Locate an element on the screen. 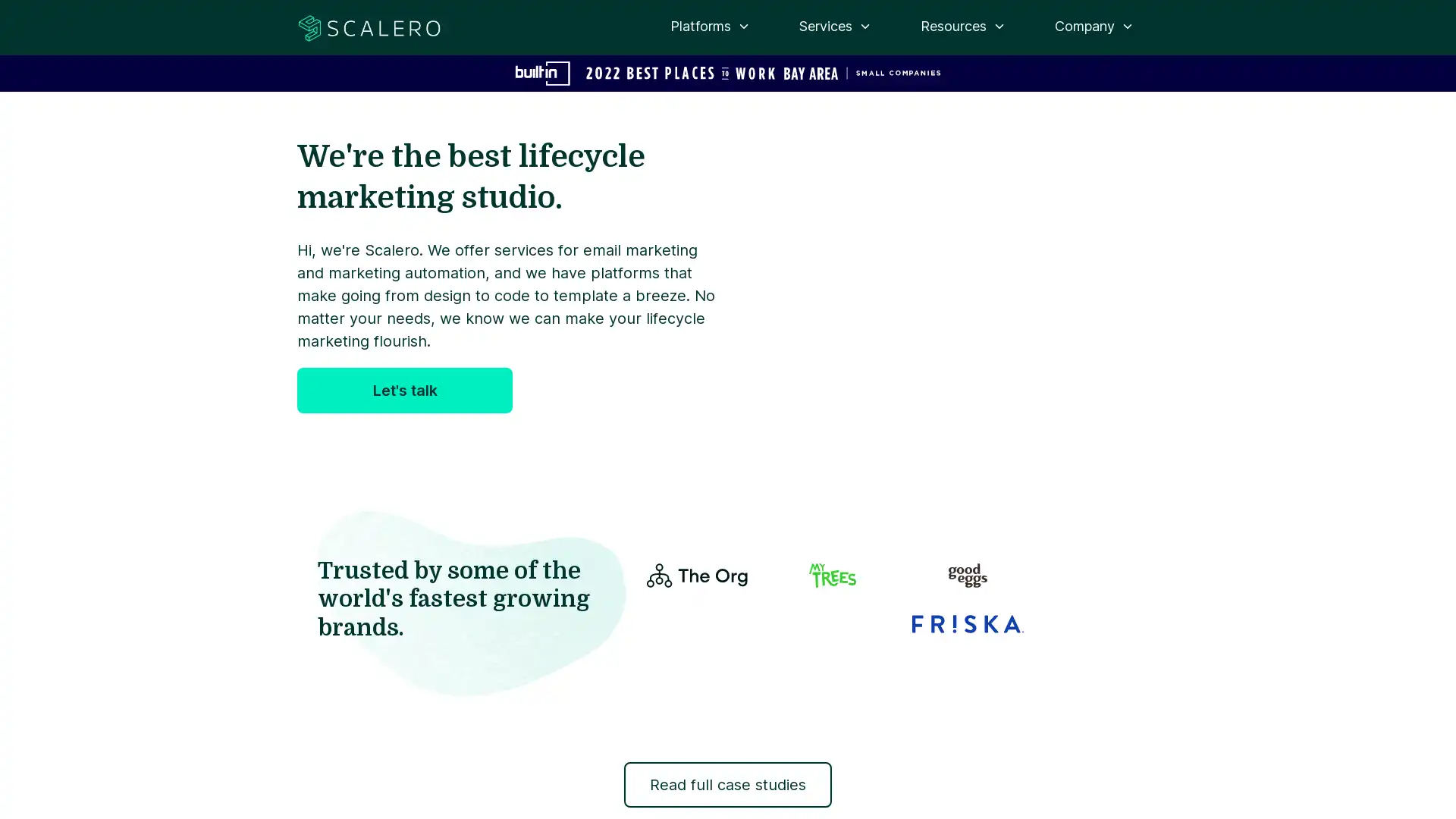 The image size is (1456, 819). Let's talk is located at coordinates (404, 388).